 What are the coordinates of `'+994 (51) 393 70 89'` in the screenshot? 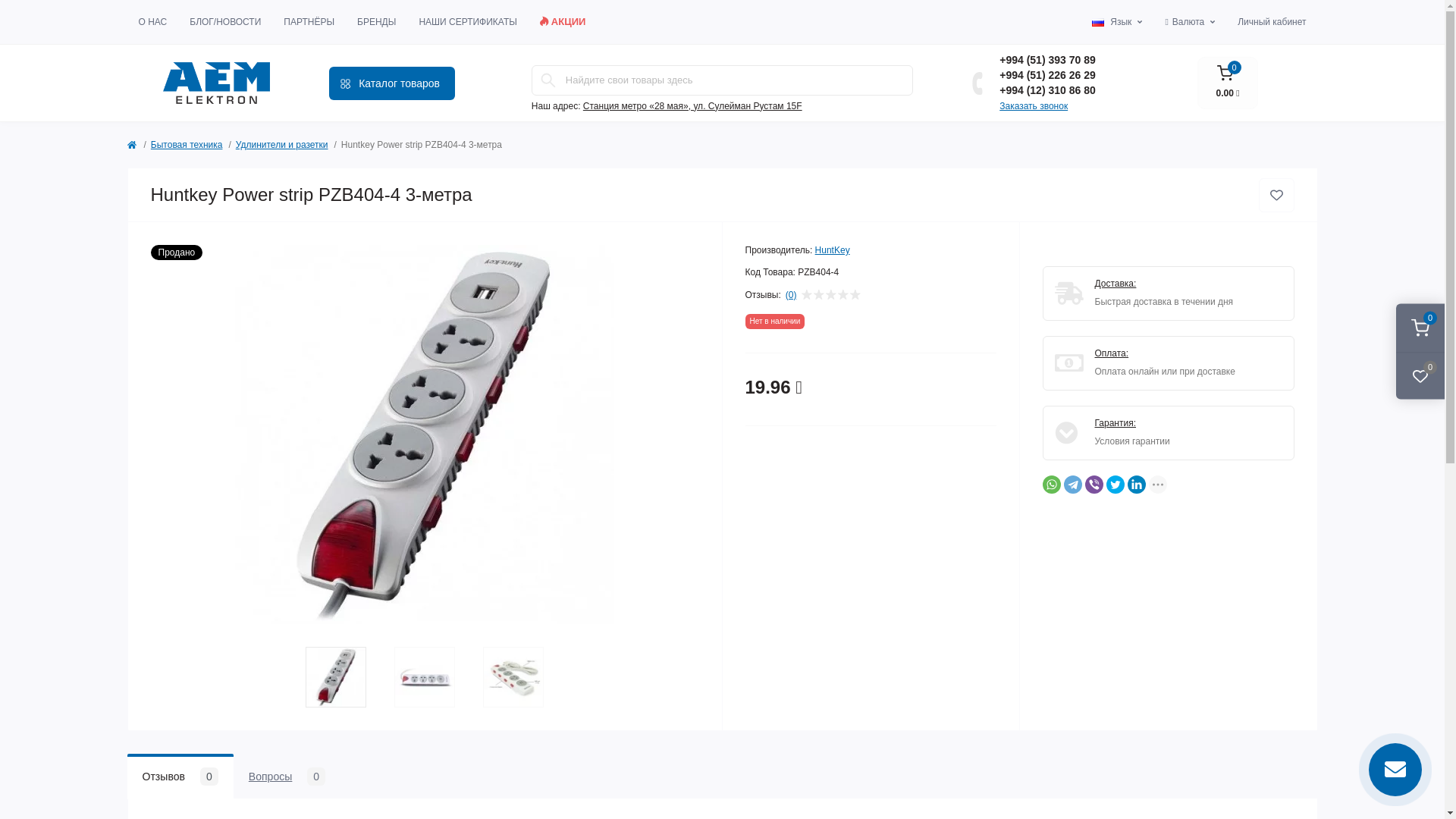 It's located at (1046, 58).